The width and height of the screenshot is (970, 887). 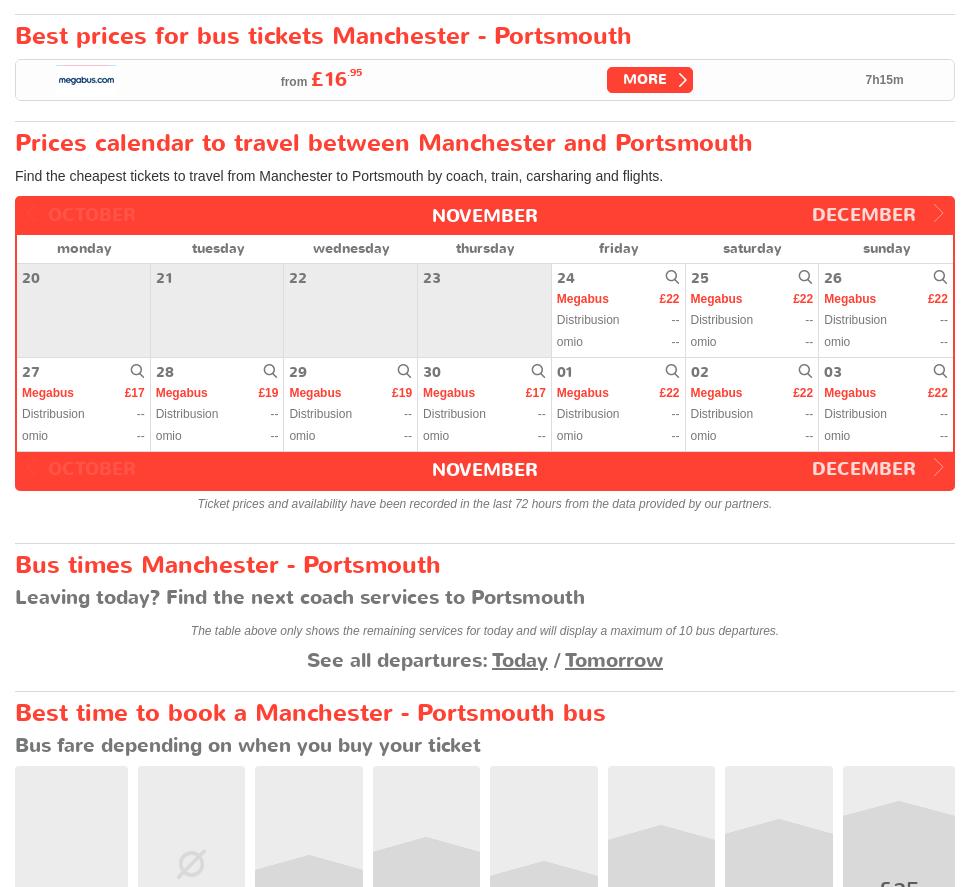 What do you see at coordinates (483, 247) in the screenshot?
I see `'thursday'` at bounding box center [483, 247].